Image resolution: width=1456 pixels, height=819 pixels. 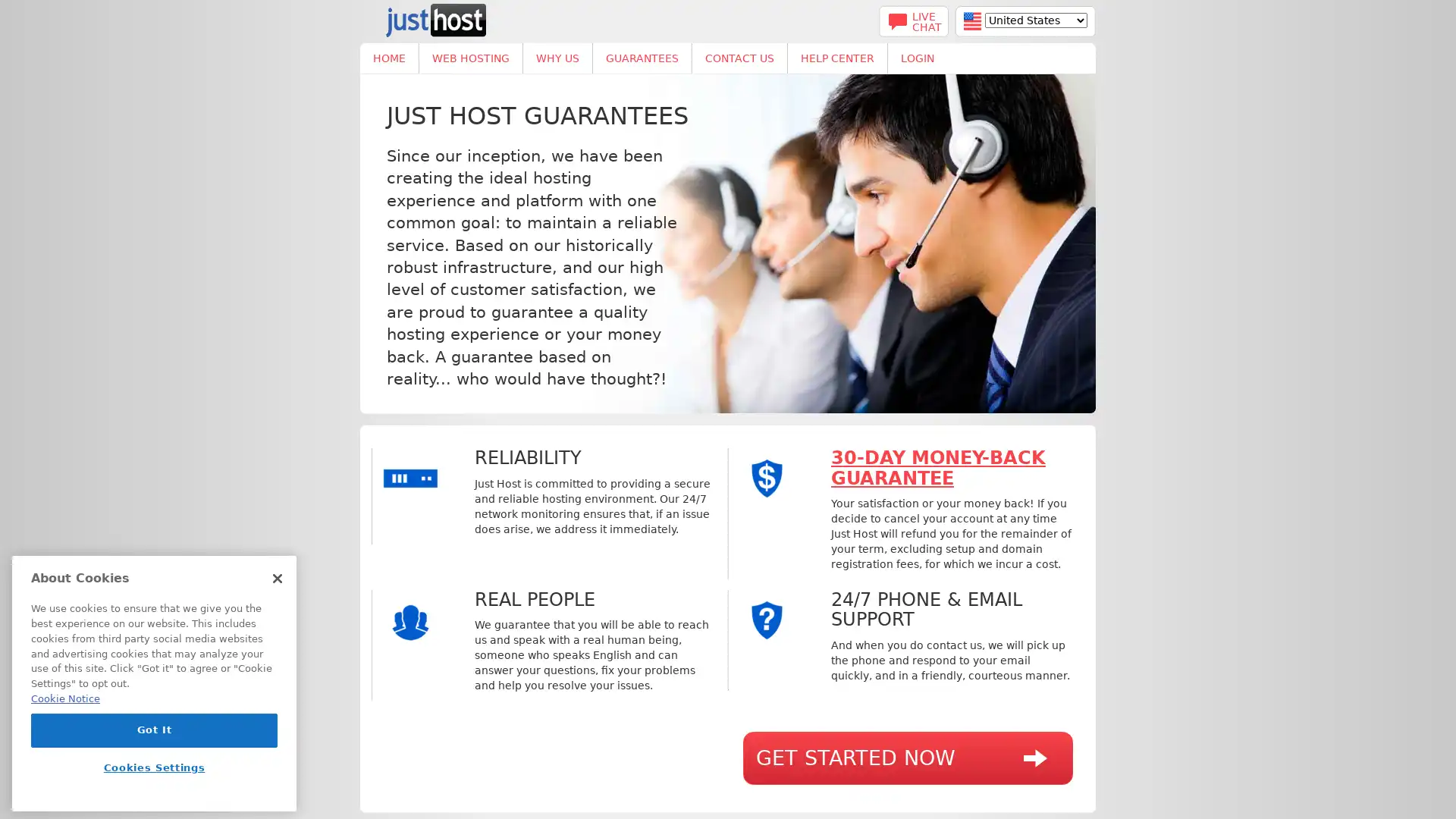 I want to click on Got It, so click(x=154, y=730).